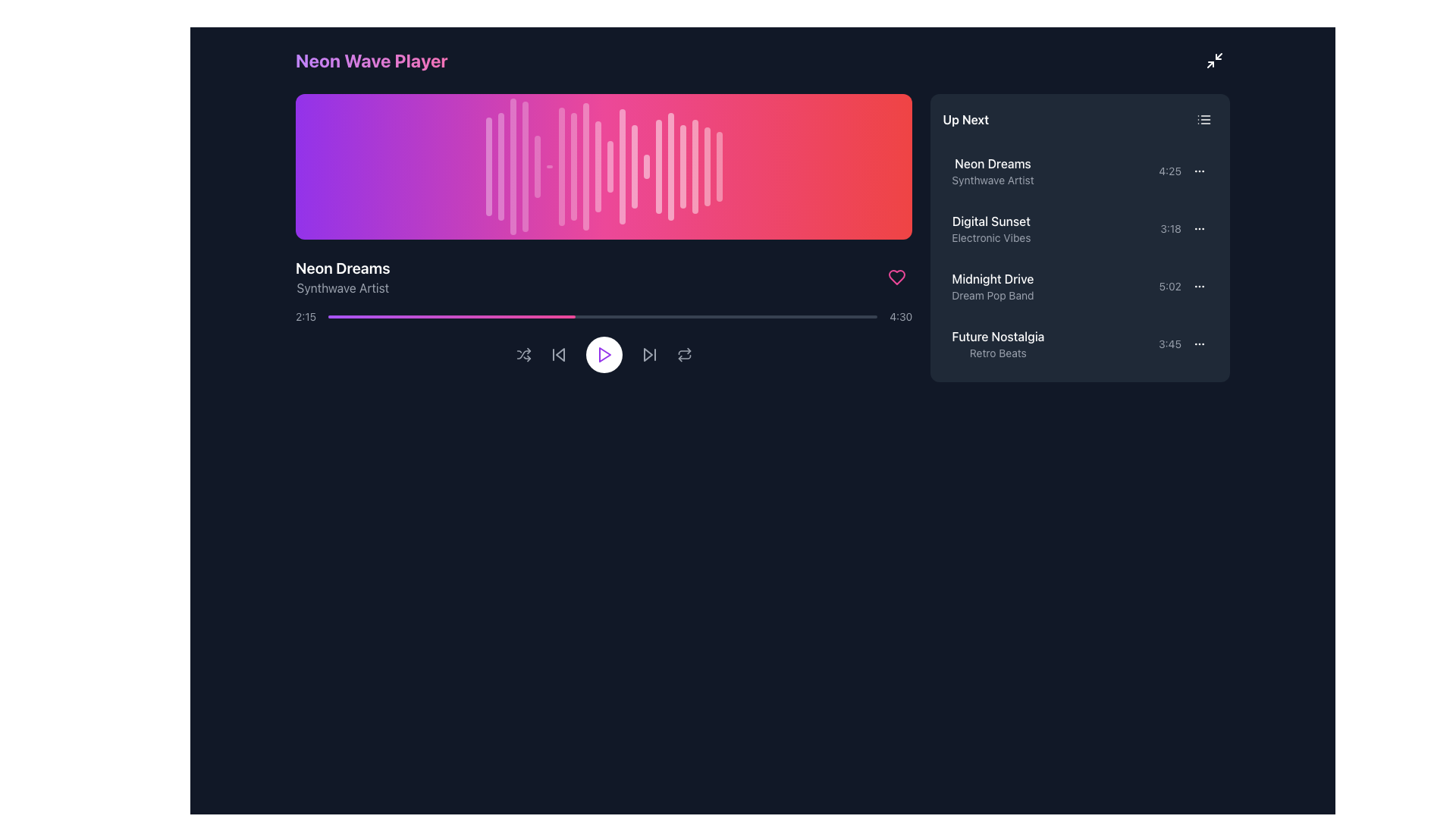  Describe the element at coordinates (849, 315) in the screenshot. I see `the media progress` at that location.